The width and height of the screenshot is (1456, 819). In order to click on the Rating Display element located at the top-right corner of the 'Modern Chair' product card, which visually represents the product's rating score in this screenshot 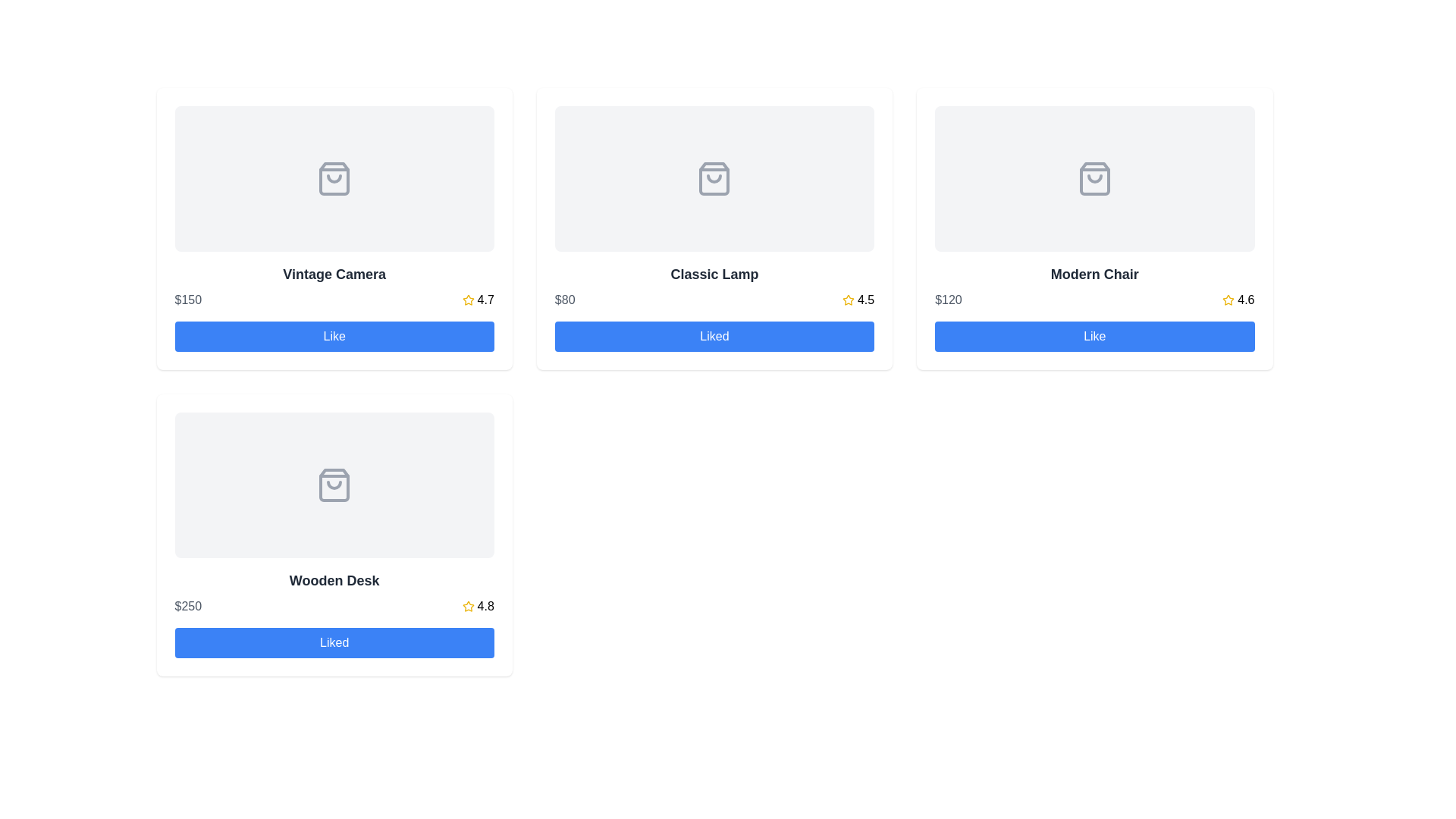, I will do `click(1238, 300)`.